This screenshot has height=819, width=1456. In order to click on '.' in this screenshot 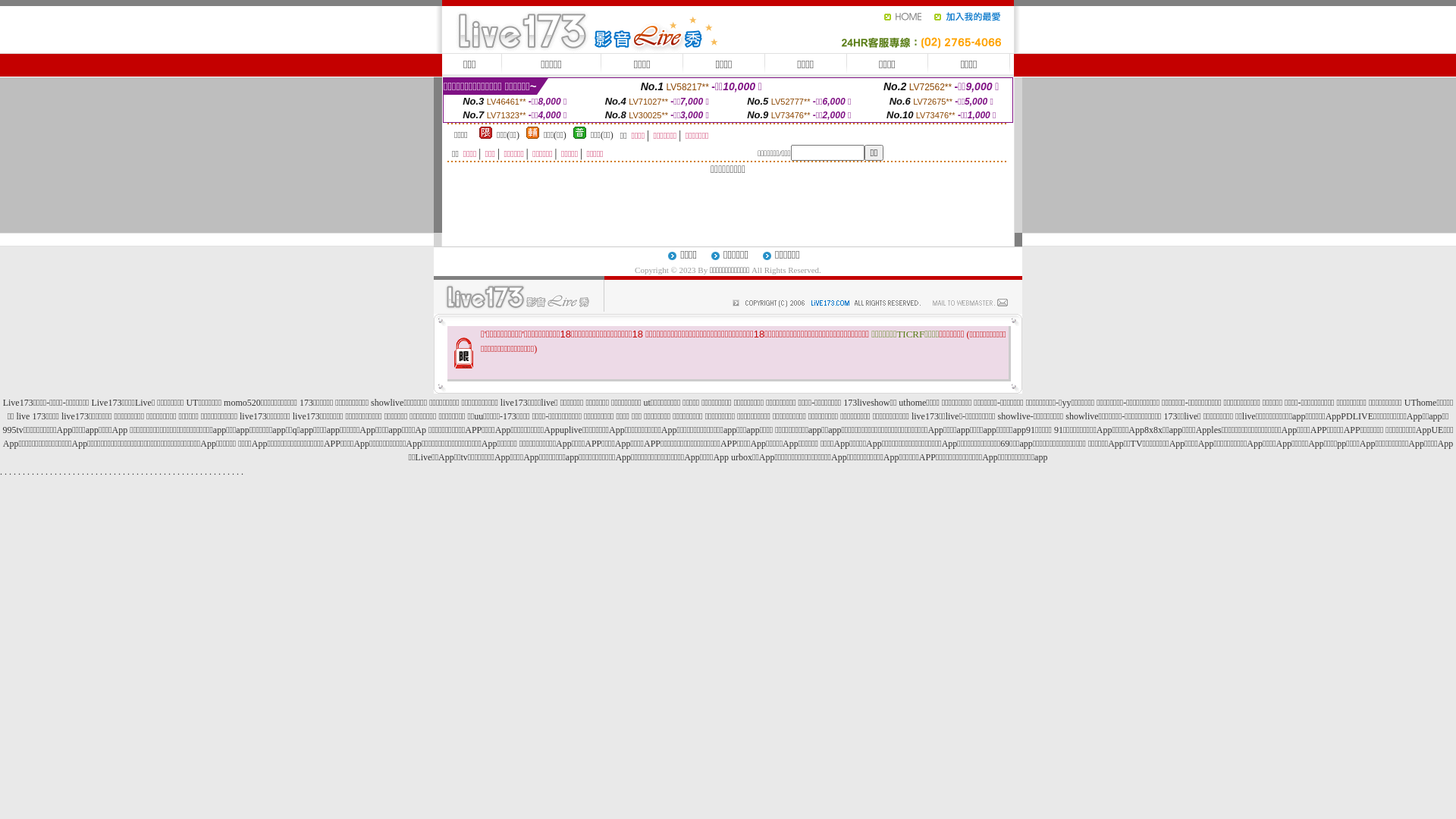, I will do `click(86, 470)`.